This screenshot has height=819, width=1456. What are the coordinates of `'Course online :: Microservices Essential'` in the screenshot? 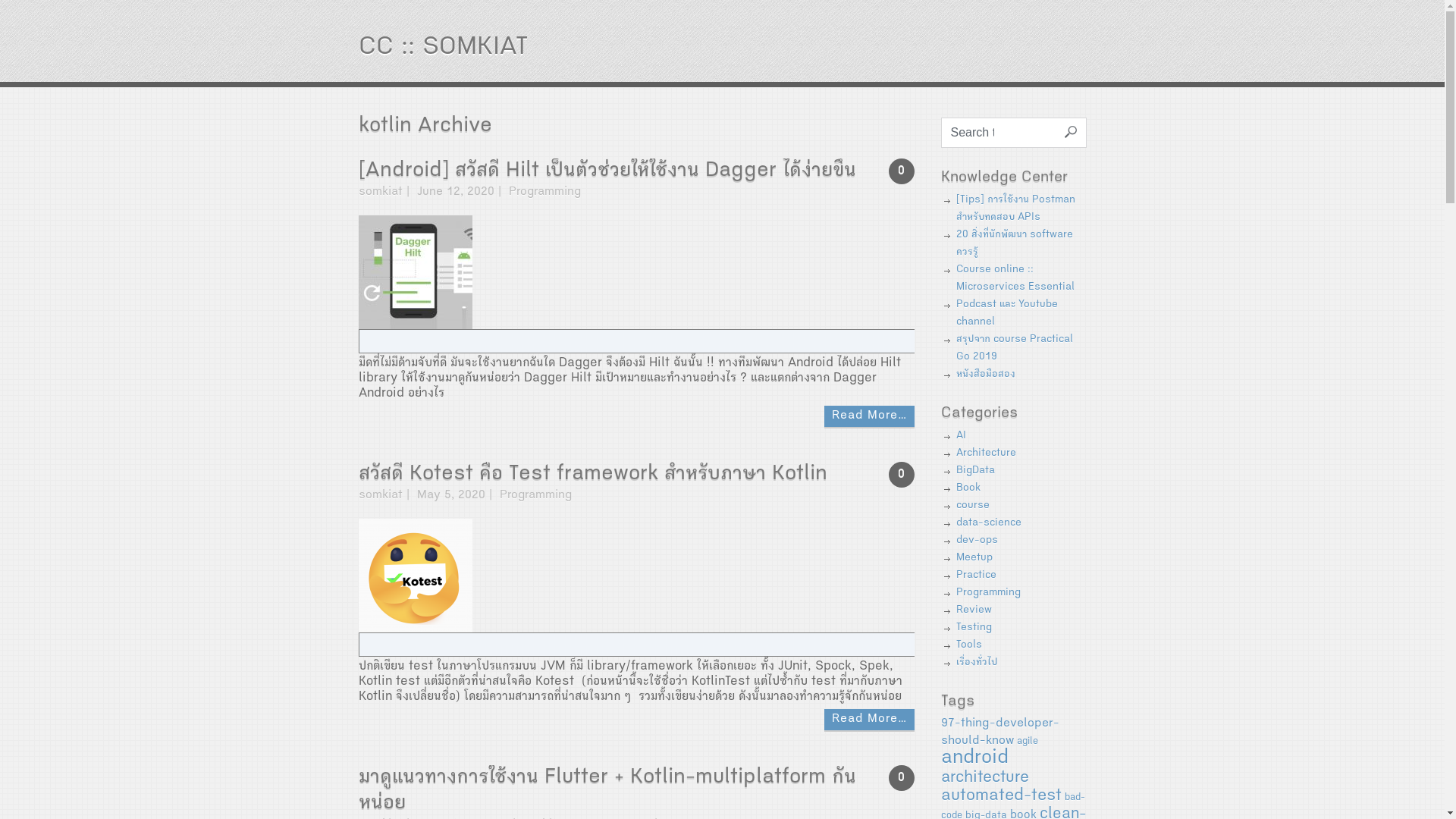 It's located at (1015, 278).